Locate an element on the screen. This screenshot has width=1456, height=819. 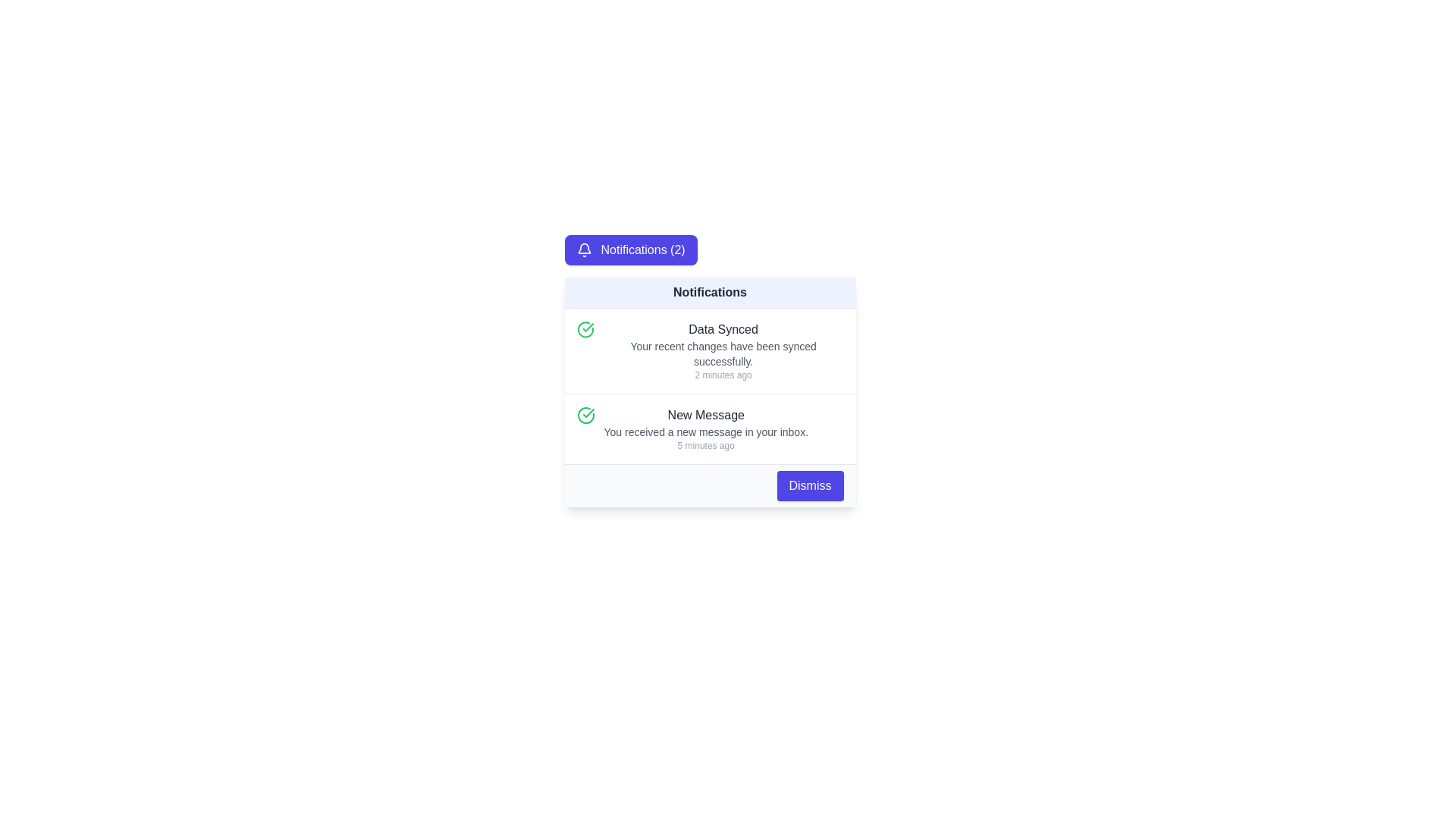
the text label indicating the time elapsed since the notification's event occurred, which is located under the message 'Your recent changes have been synced successfully.' is located at coordinates (723, 375).